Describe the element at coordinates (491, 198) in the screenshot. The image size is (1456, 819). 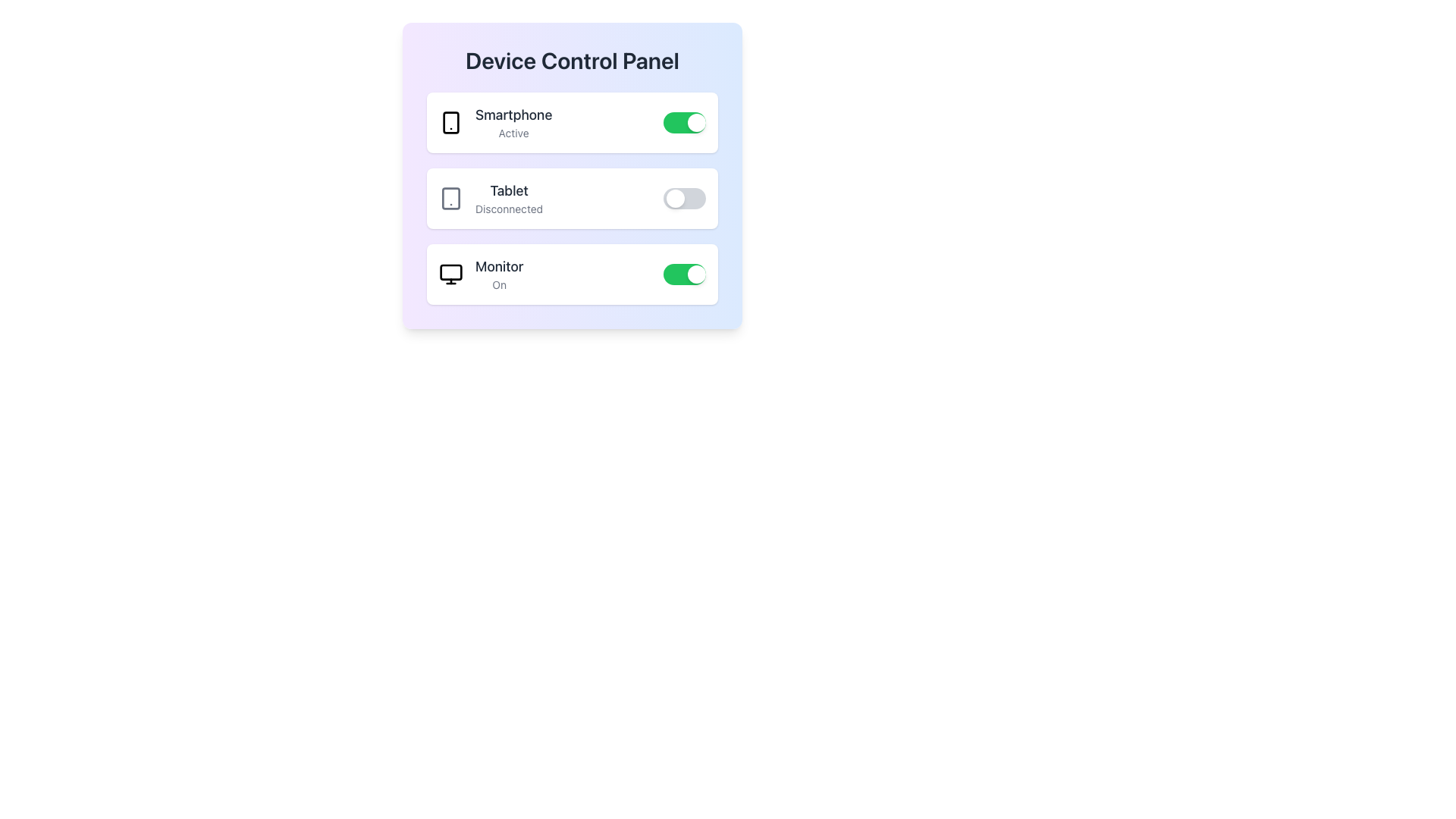
I see `the status of the 'Tablet' informational display block, which shows 'Disconnected' in grey font, located in the Device Control Panel interface` at that location.